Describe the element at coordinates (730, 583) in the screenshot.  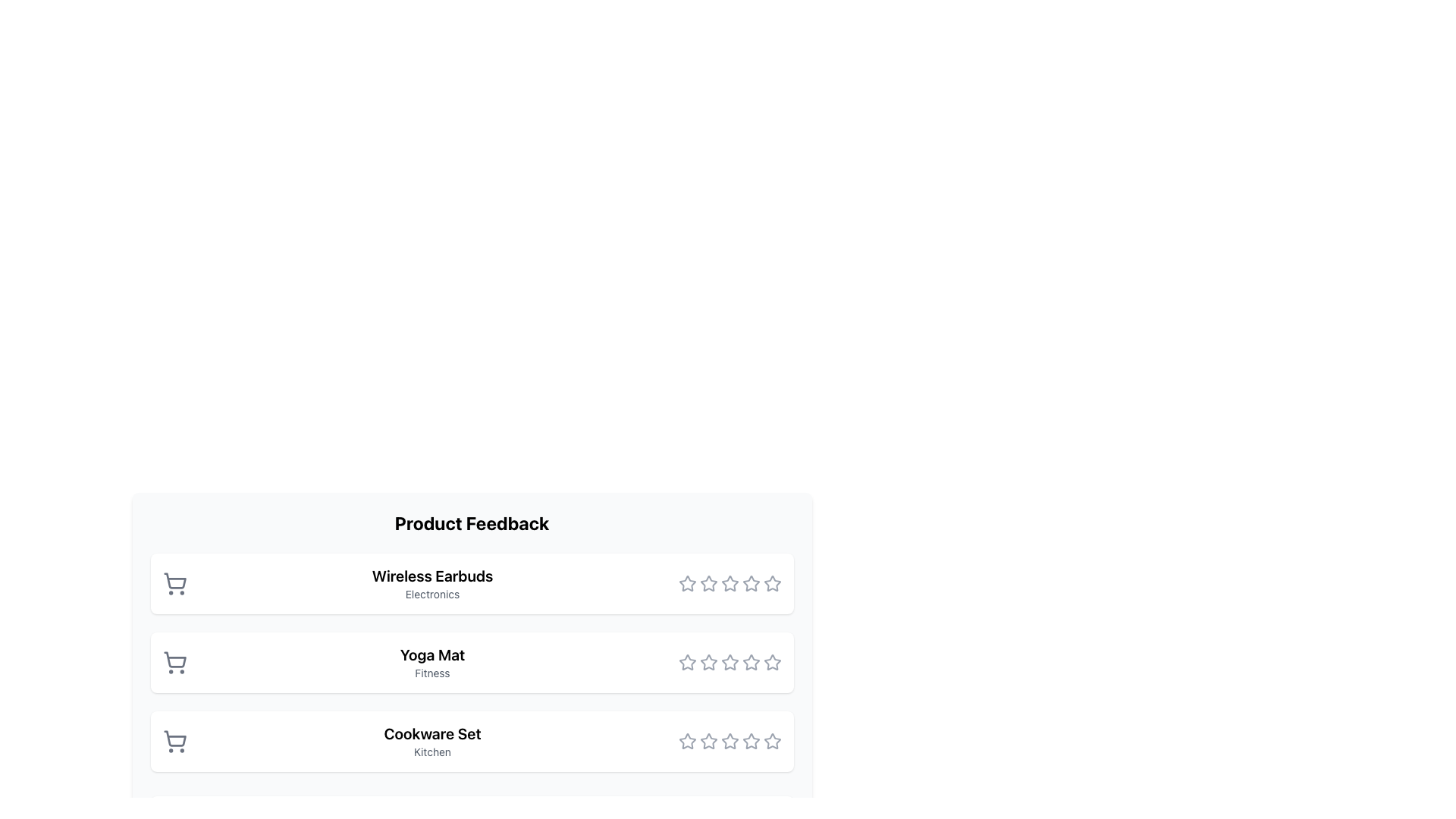
I see `the fourth unfilled star icon in the five-star rating system for the 'Wireless Earbuds'` at that location.